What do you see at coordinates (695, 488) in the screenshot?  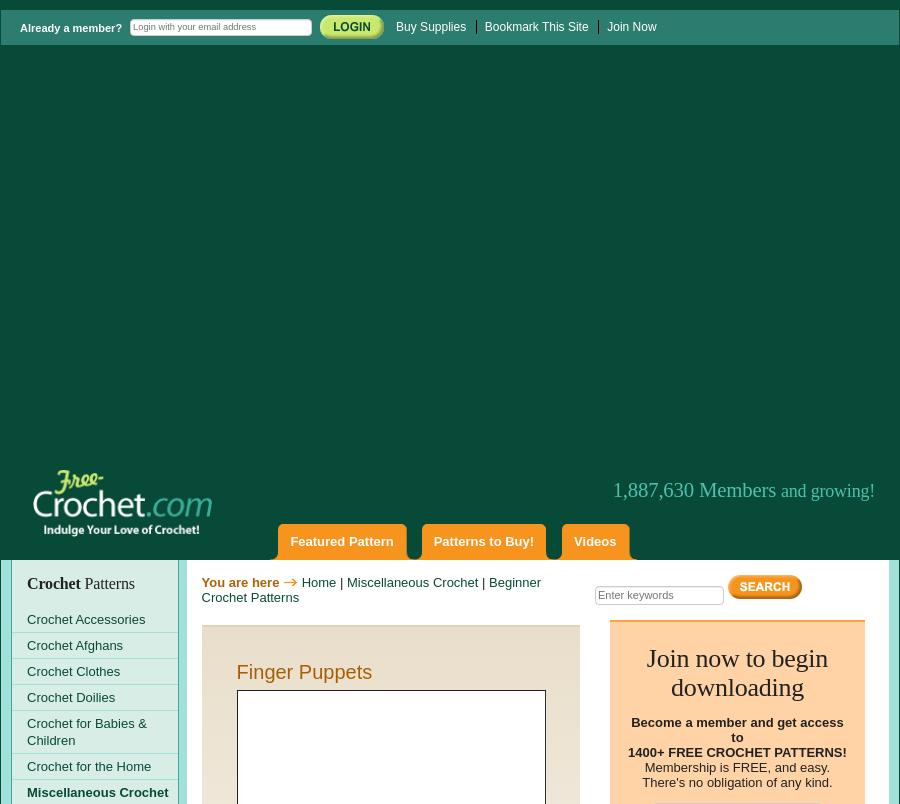 I see `'1,887,630 Members'` at bounding box center [695, 488].